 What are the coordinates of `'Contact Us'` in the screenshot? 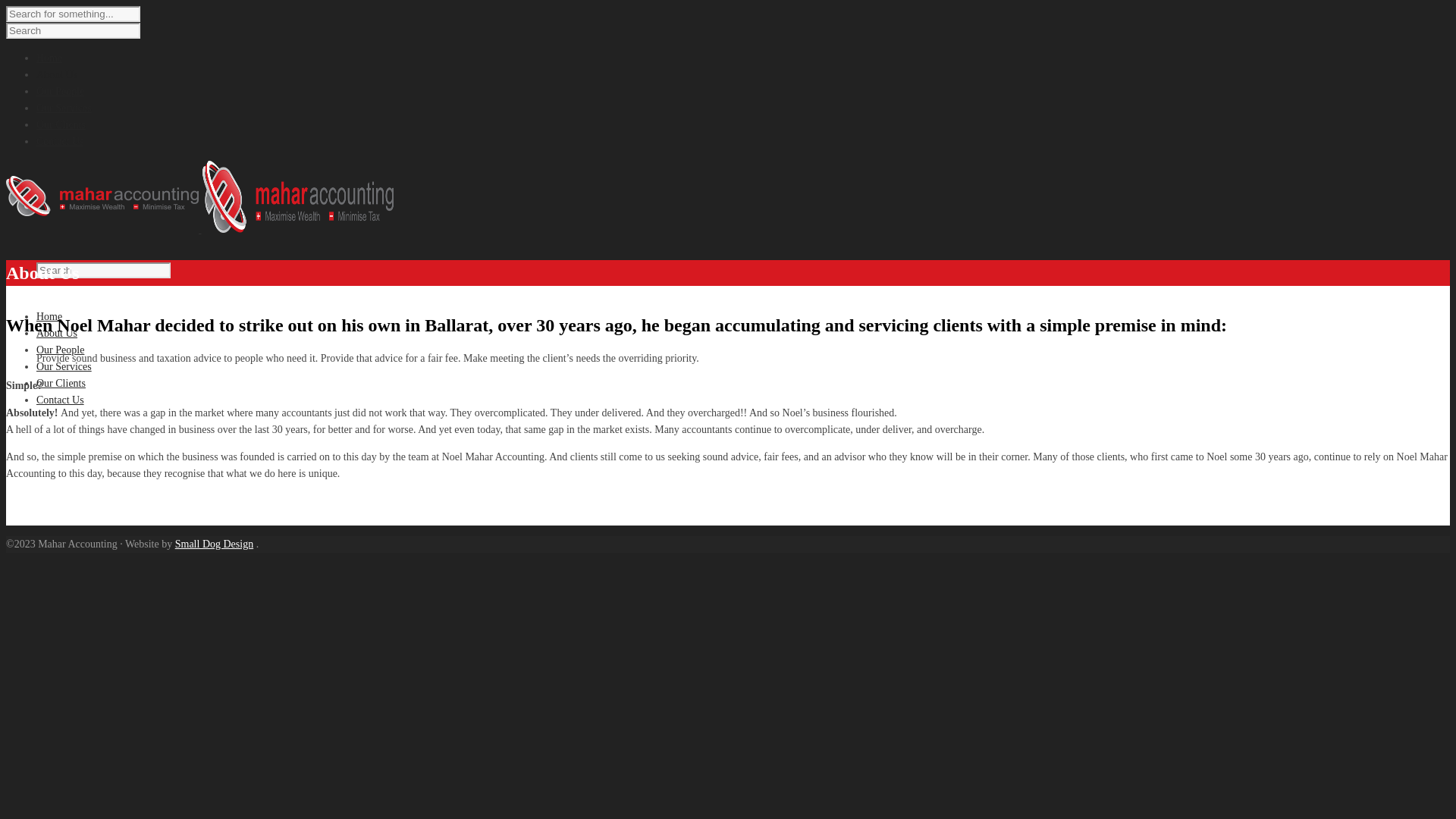 It's located at (60, 399).